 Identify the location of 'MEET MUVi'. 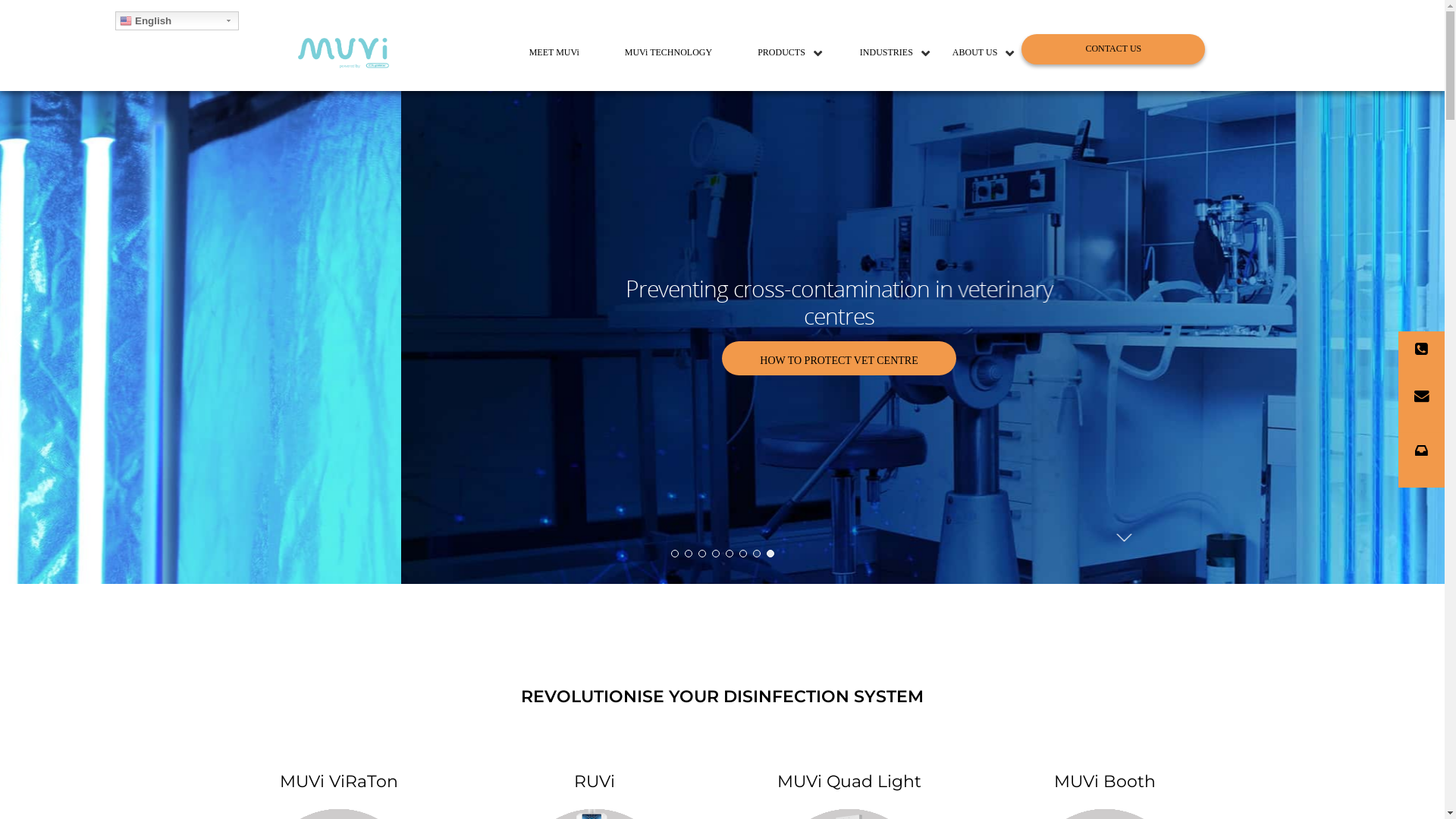
(553, 52).